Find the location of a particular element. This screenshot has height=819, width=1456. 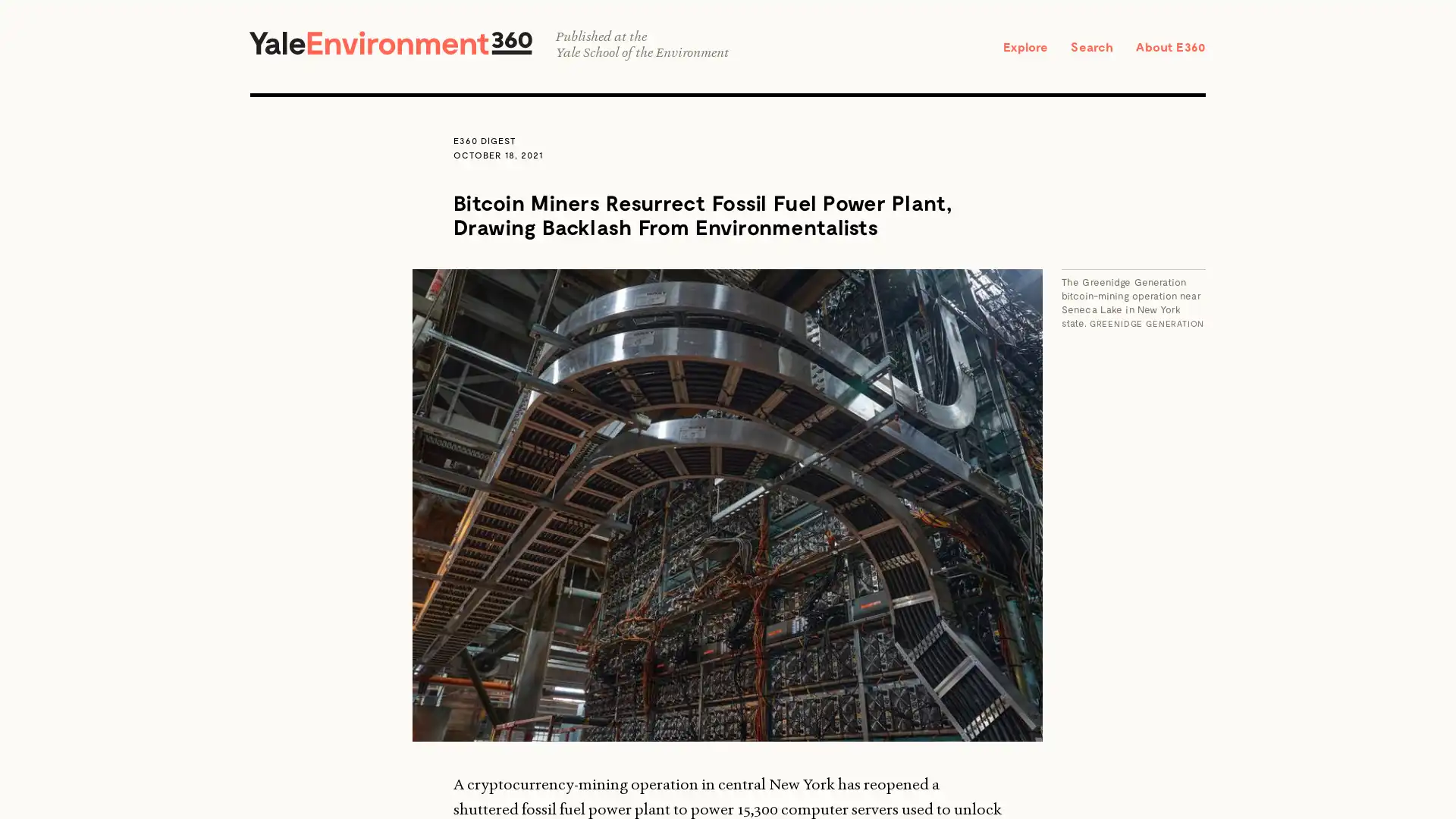

SEARCH is located at coordinates (1169, 34).